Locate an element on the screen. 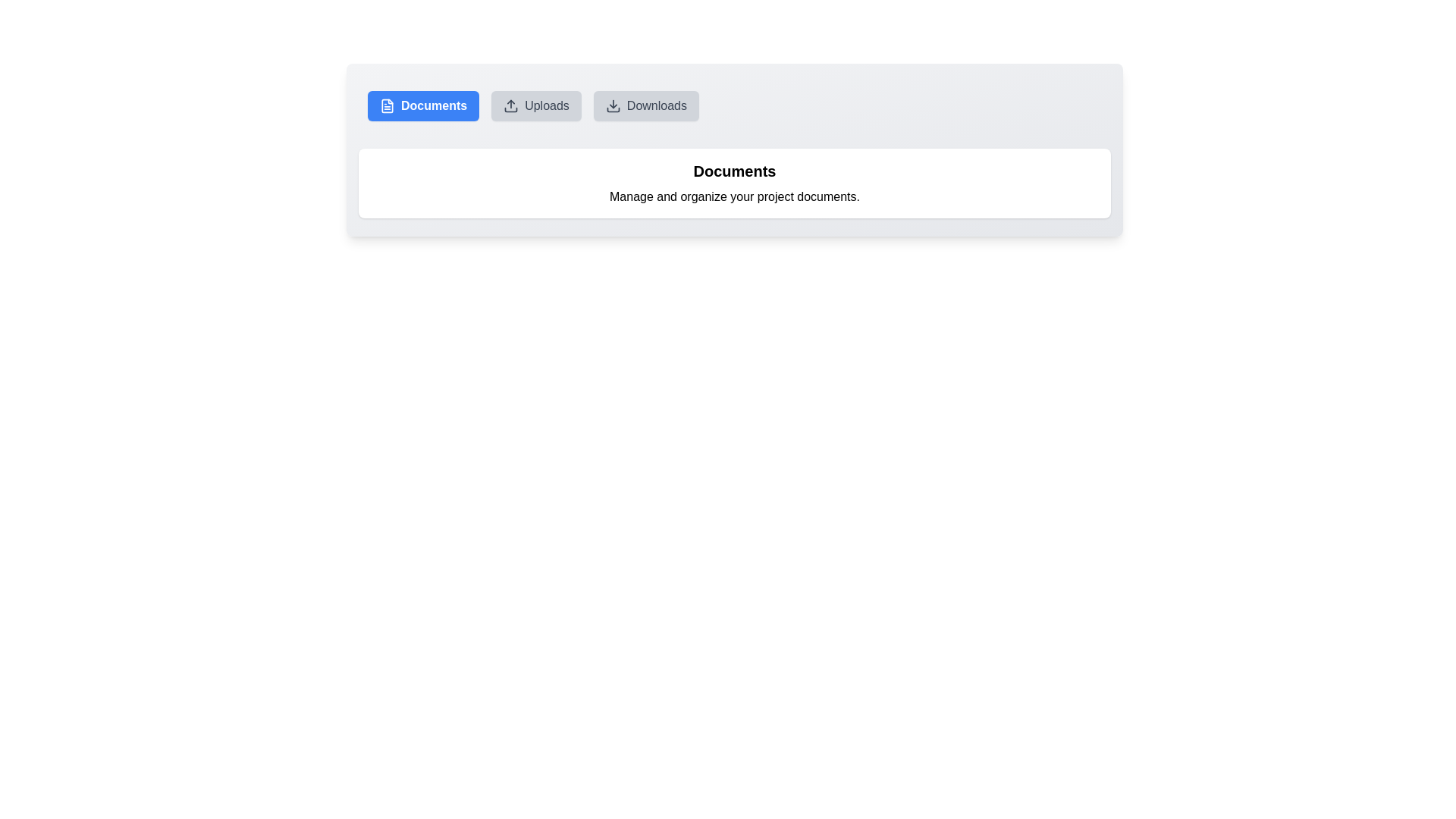 This screenshot has width=1456, height=819. the description text to select it is located at coordinates (735, 196).